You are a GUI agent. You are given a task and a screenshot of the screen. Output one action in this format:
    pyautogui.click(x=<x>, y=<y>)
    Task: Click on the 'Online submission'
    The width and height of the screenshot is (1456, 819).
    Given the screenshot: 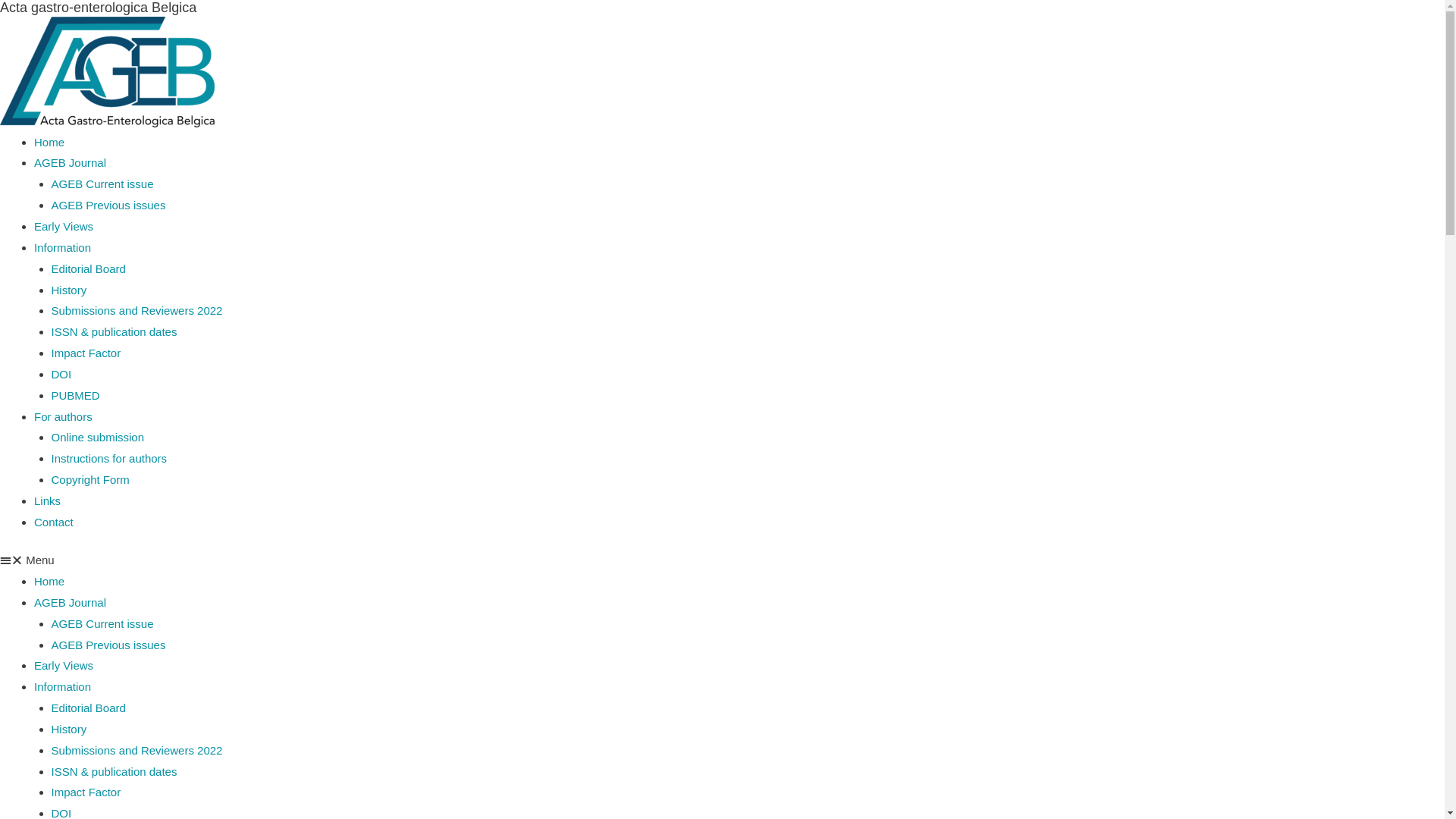 What is the action you would take?
    pyautogui.click(x=97, y=437)
    